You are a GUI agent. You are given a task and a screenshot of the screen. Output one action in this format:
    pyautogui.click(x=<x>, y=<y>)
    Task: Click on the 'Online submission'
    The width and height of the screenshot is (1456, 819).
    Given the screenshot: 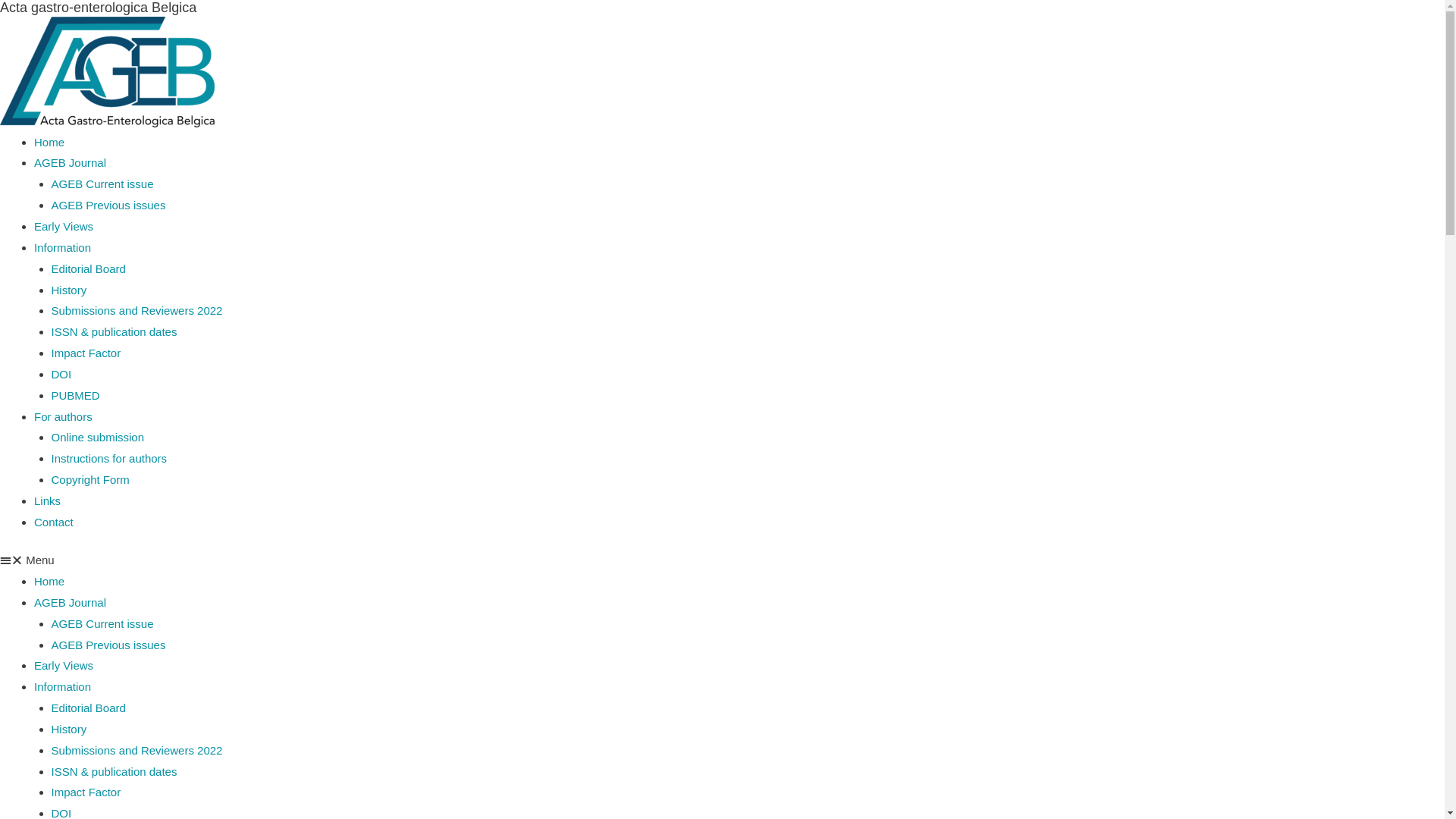 What is the action you would take?
    pyautogui.click(x=97, y=437)
    